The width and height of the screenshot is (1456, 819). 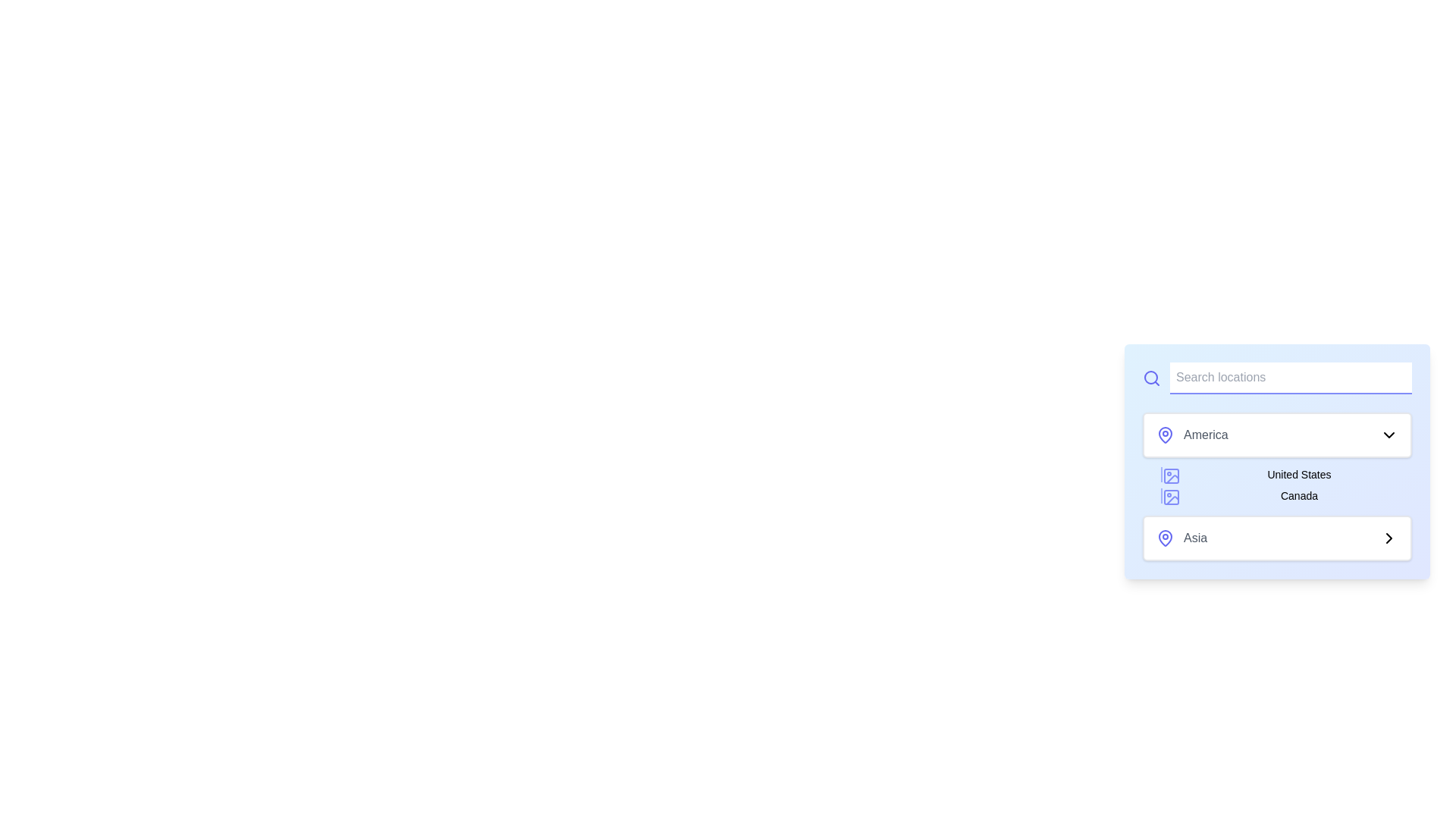 What do you see at coordinates (1150, 376) in the screenshot?
I see `the circular outline icon representing the search or magnifying glass symbol located inside the search bar, aligned to the left` at bounding box center [1150, 376].